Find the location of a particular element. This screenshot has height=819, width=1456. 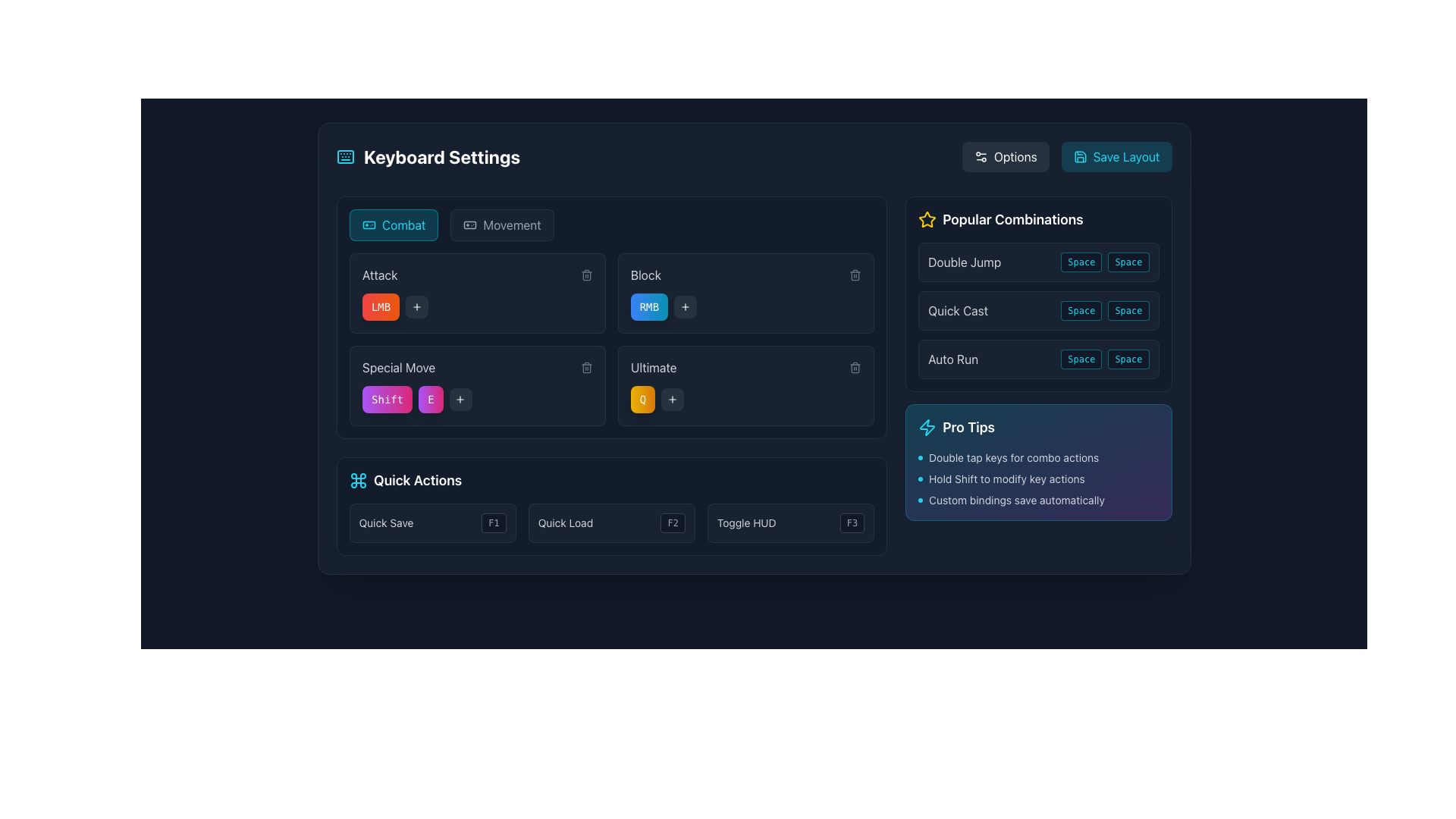

the label indicating the keyboard shortcut for 'Quick Save' (F1) located to the right of the 'Quick Save' text label is located at coordinates (494, 522).